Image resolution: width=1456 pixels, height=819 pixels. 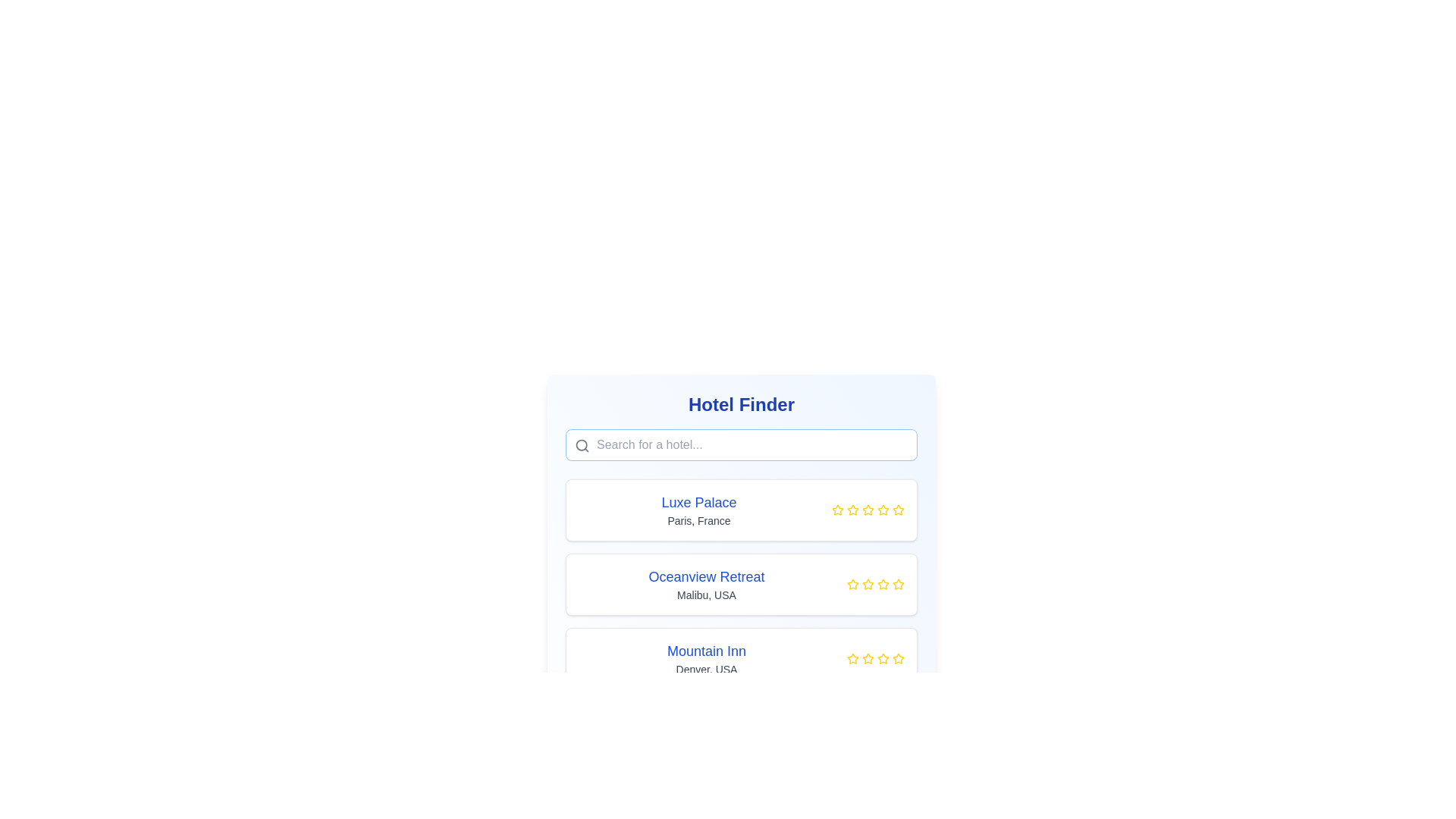 What do you see at coordinates (883, 584) in the screenshot?
I see `the fifth star in the star rating system to indicate a rating for 'Oceanview Retreat, Malibu, USA'` at bounding box center [883, 584].